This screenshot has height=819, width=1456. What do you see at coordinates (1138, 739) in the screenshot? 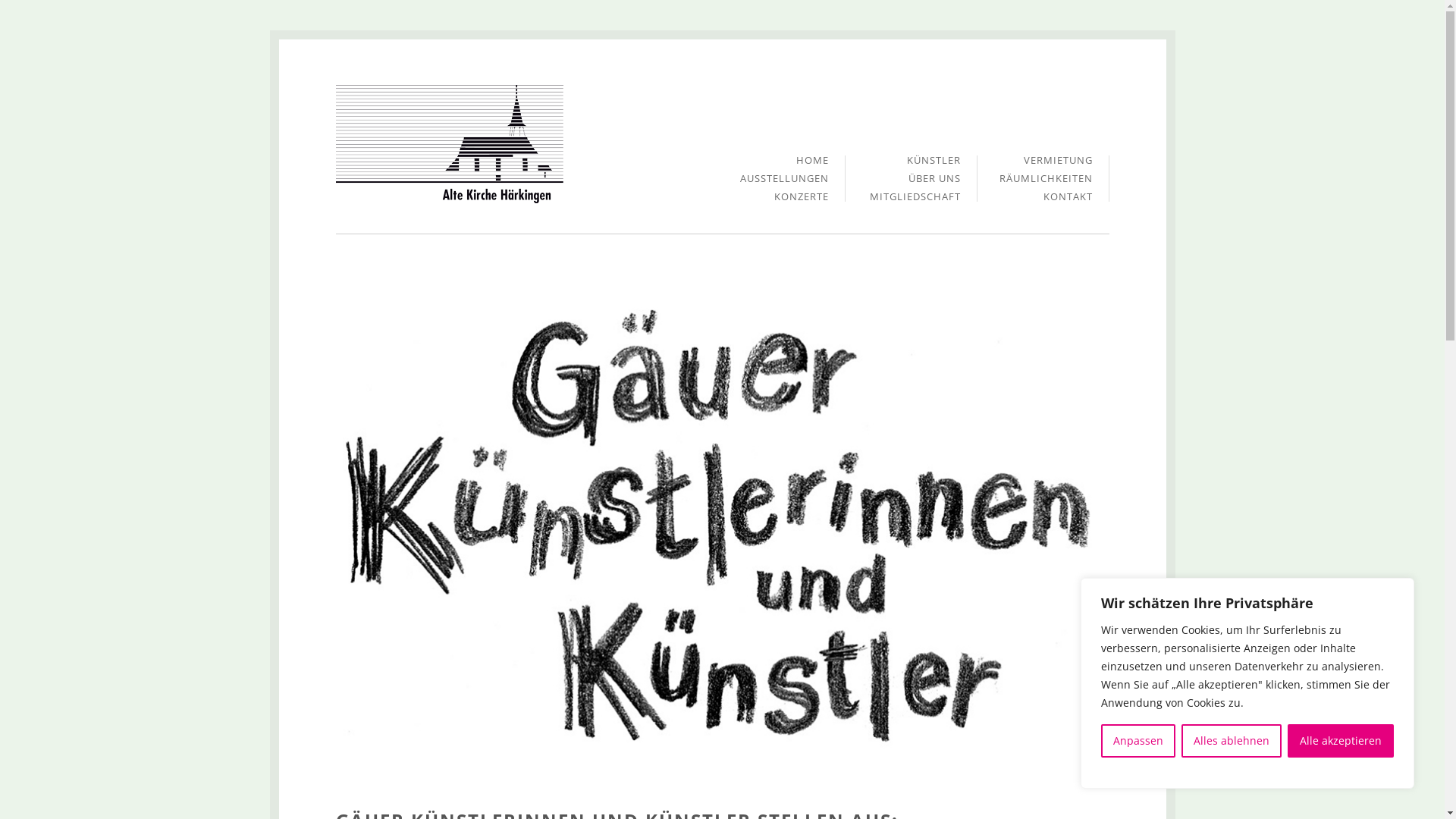
I see `'Anpassen'` at bounding box center [1138, 739].